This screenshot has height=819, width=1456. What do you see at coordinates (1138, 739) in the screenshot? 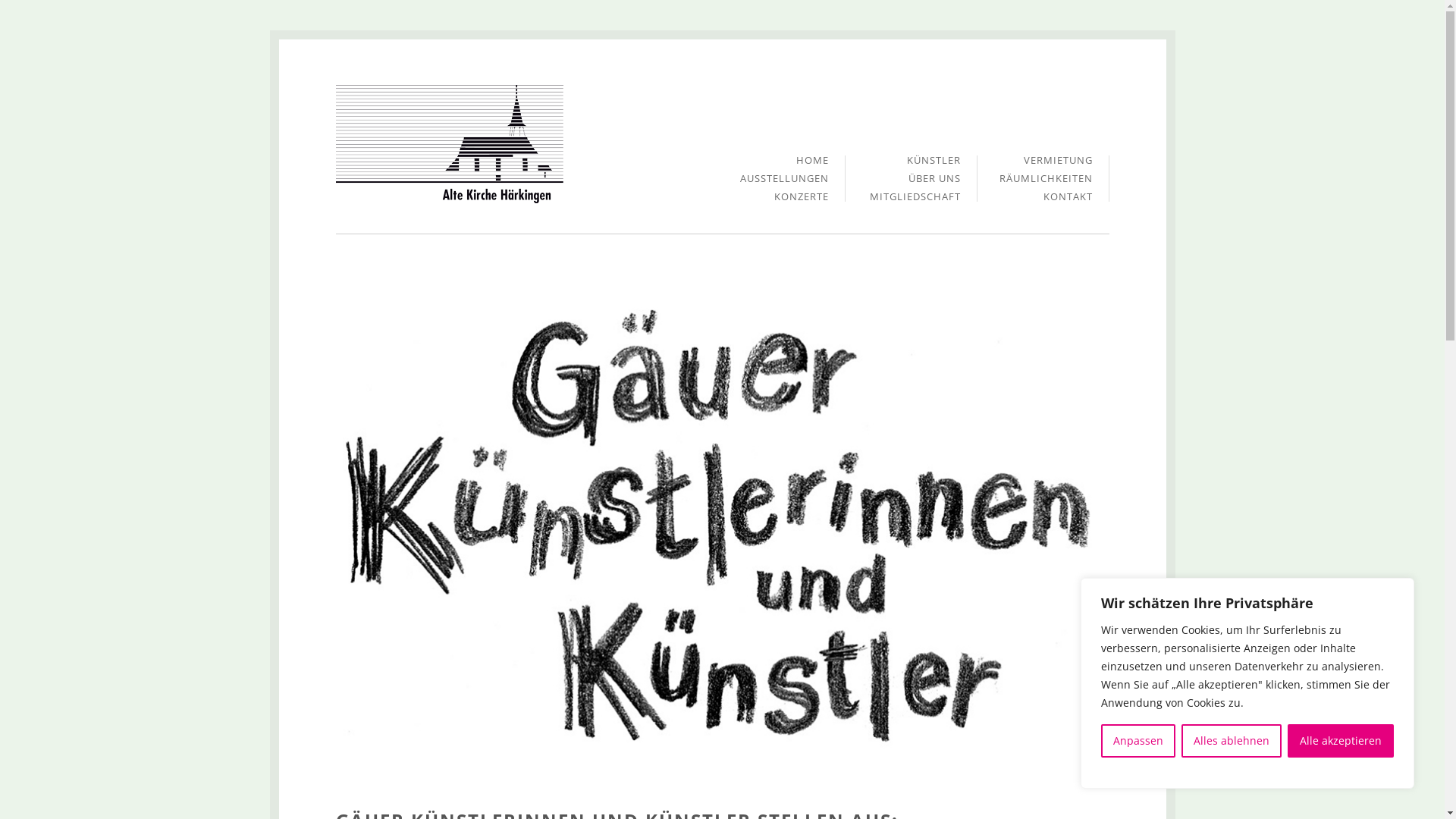
I see `'Anpassen'` at bounding box center [1138, 739].